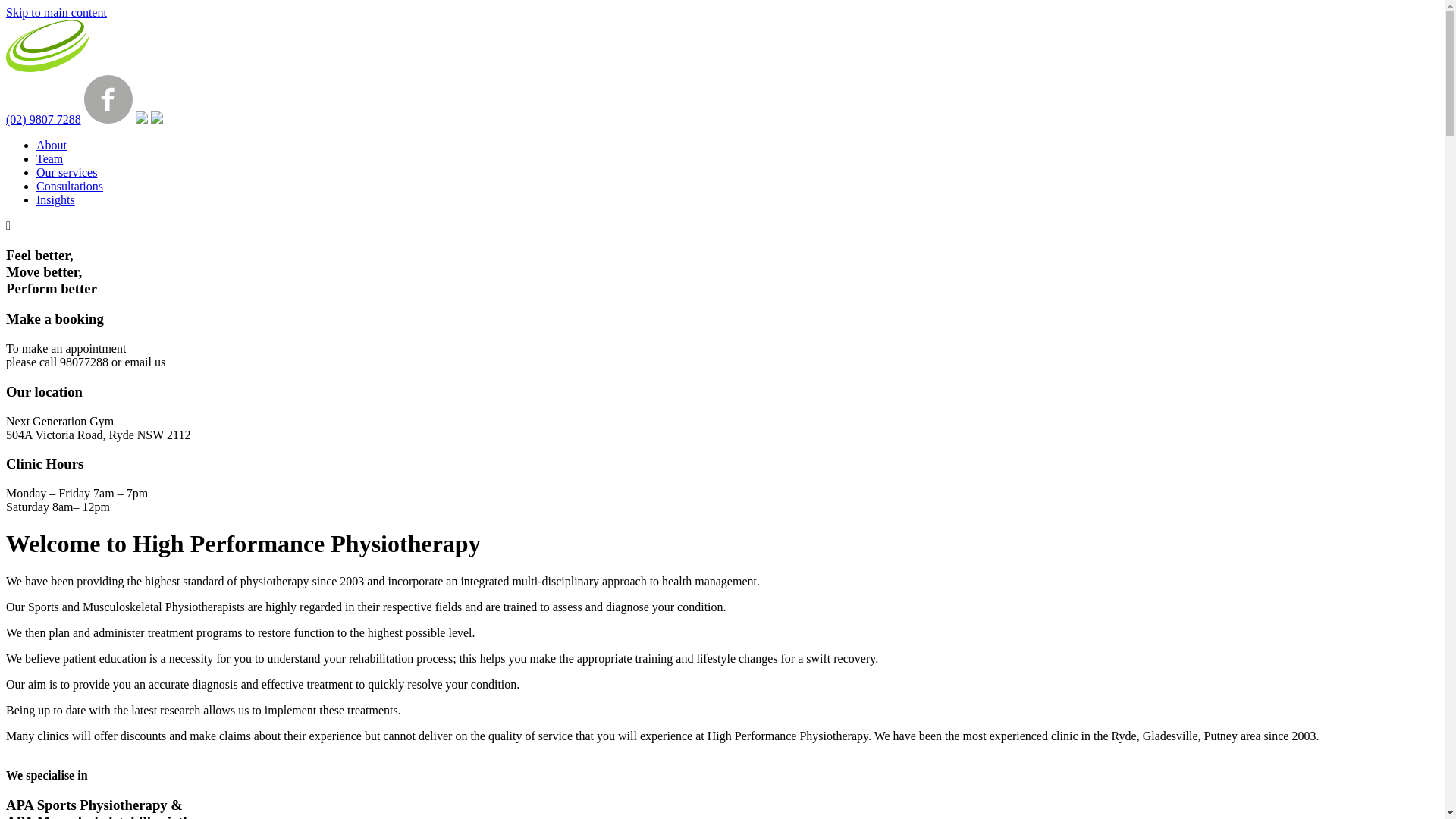  Describe the element at coordinates (65, 171) in the screenshot. I see `'Our services'` at that location.